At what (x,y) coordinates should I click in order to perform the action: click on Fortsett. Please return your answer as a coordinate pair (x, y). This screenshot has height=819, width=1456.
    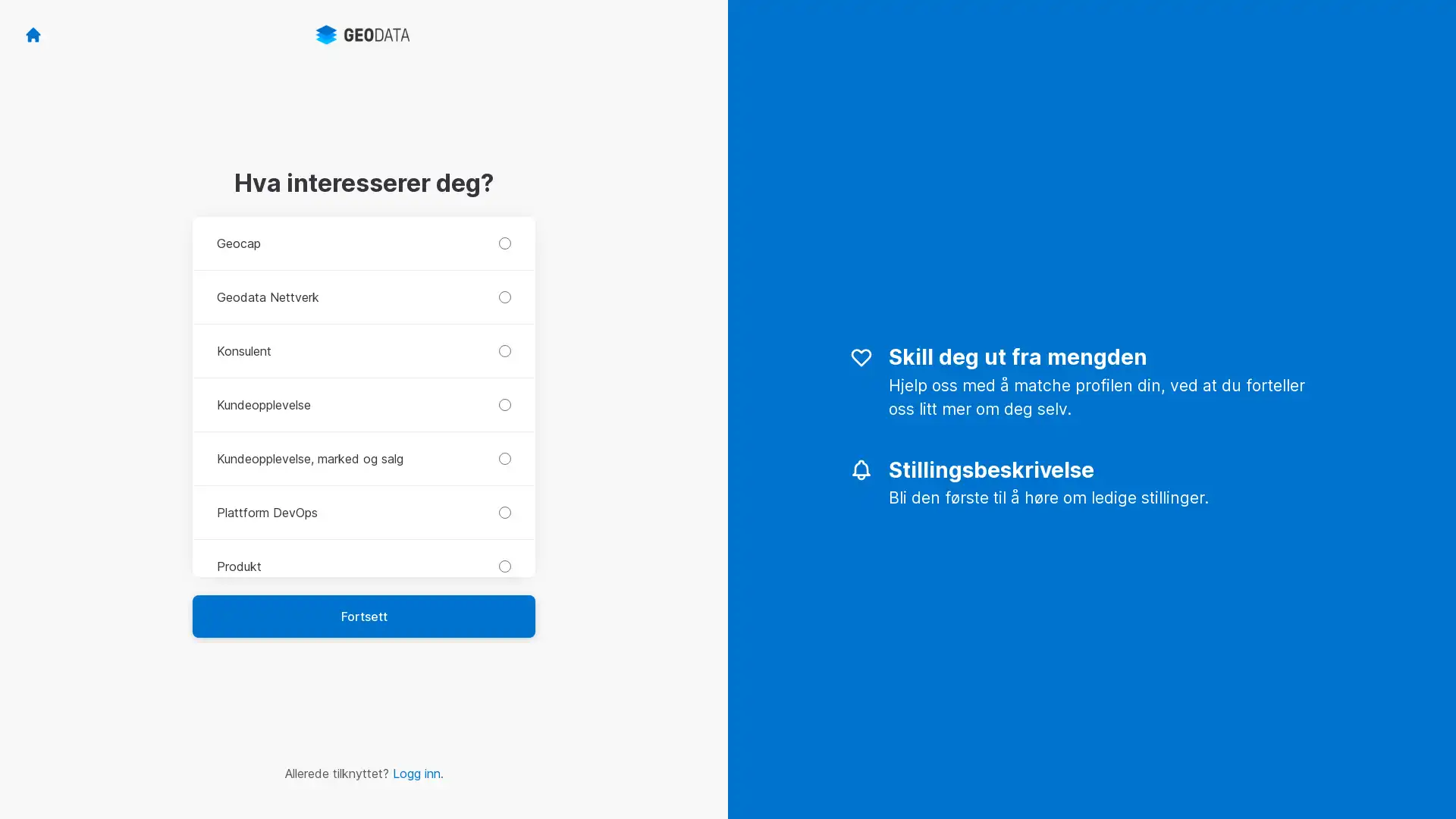
    Looking at the image, I should click on (364, 616).